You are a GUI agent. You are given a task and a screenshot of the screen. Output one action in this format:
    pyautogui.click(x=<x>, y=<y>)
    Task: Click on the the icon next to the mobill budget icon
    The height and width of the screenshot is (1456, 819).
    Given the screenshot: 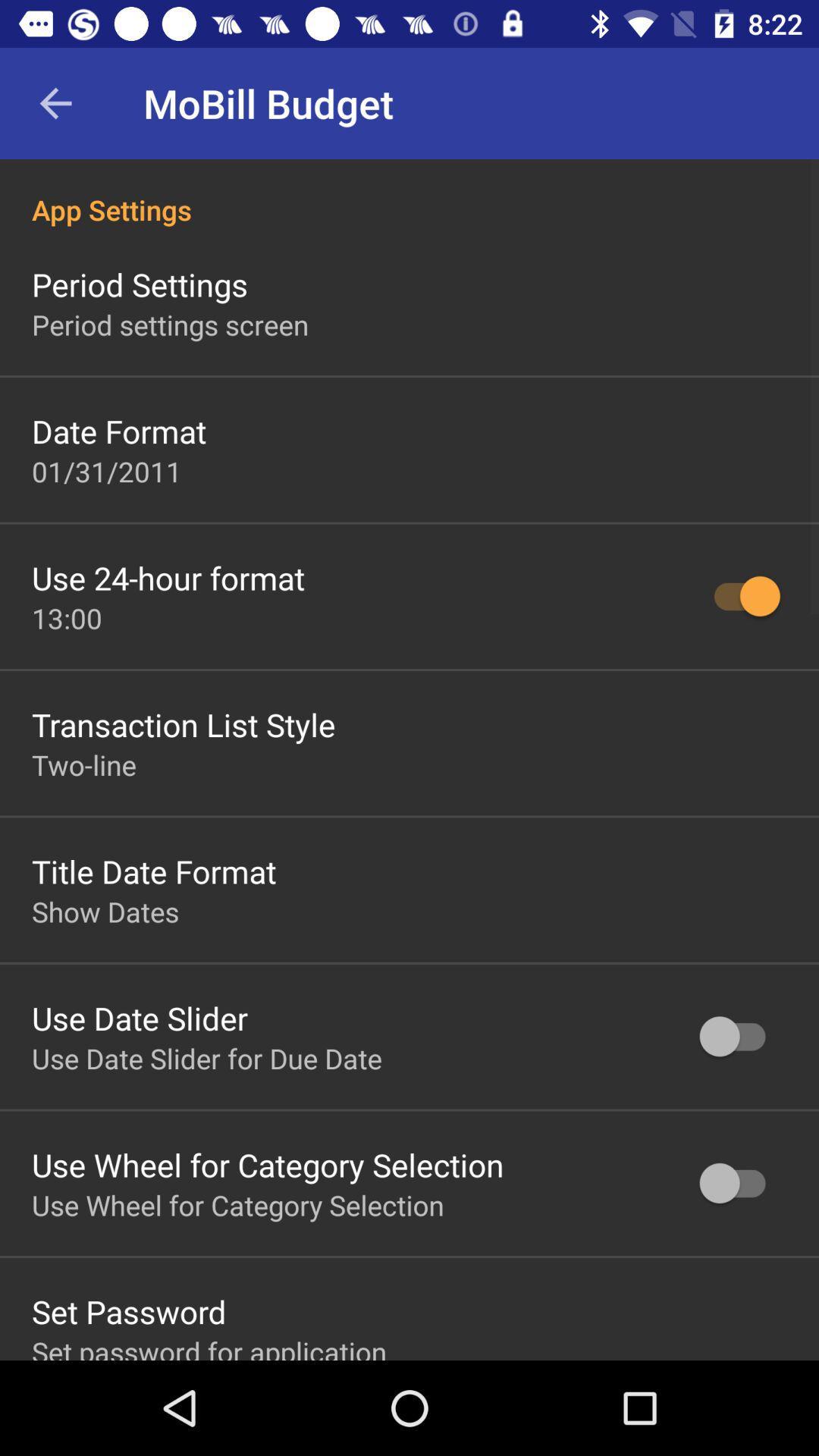 What is the action you would take?
    pyautogui.click(x=55, y=102)
    